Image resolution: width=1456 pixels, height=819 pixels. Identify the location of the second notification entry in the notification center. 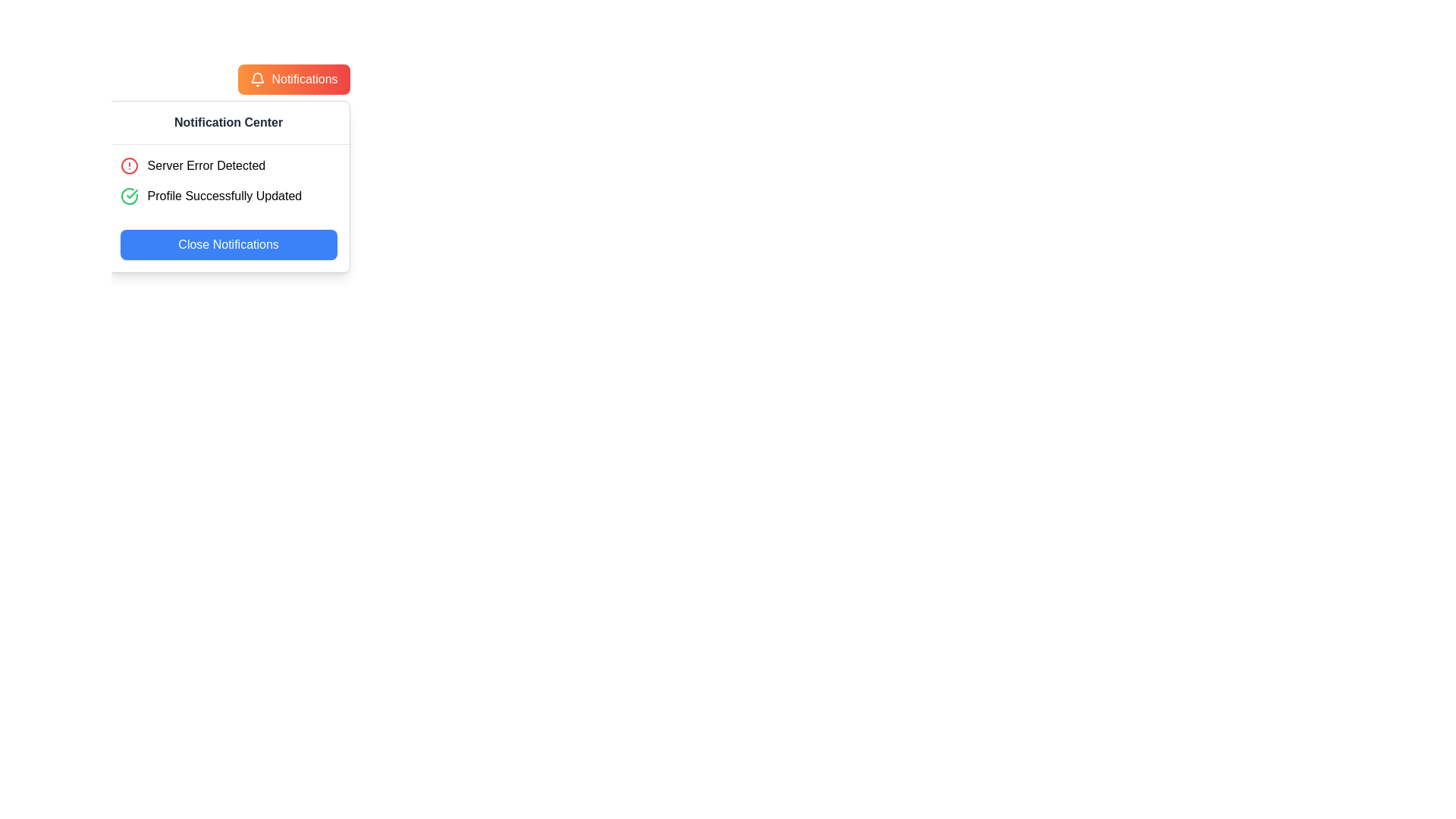
(227, 195).